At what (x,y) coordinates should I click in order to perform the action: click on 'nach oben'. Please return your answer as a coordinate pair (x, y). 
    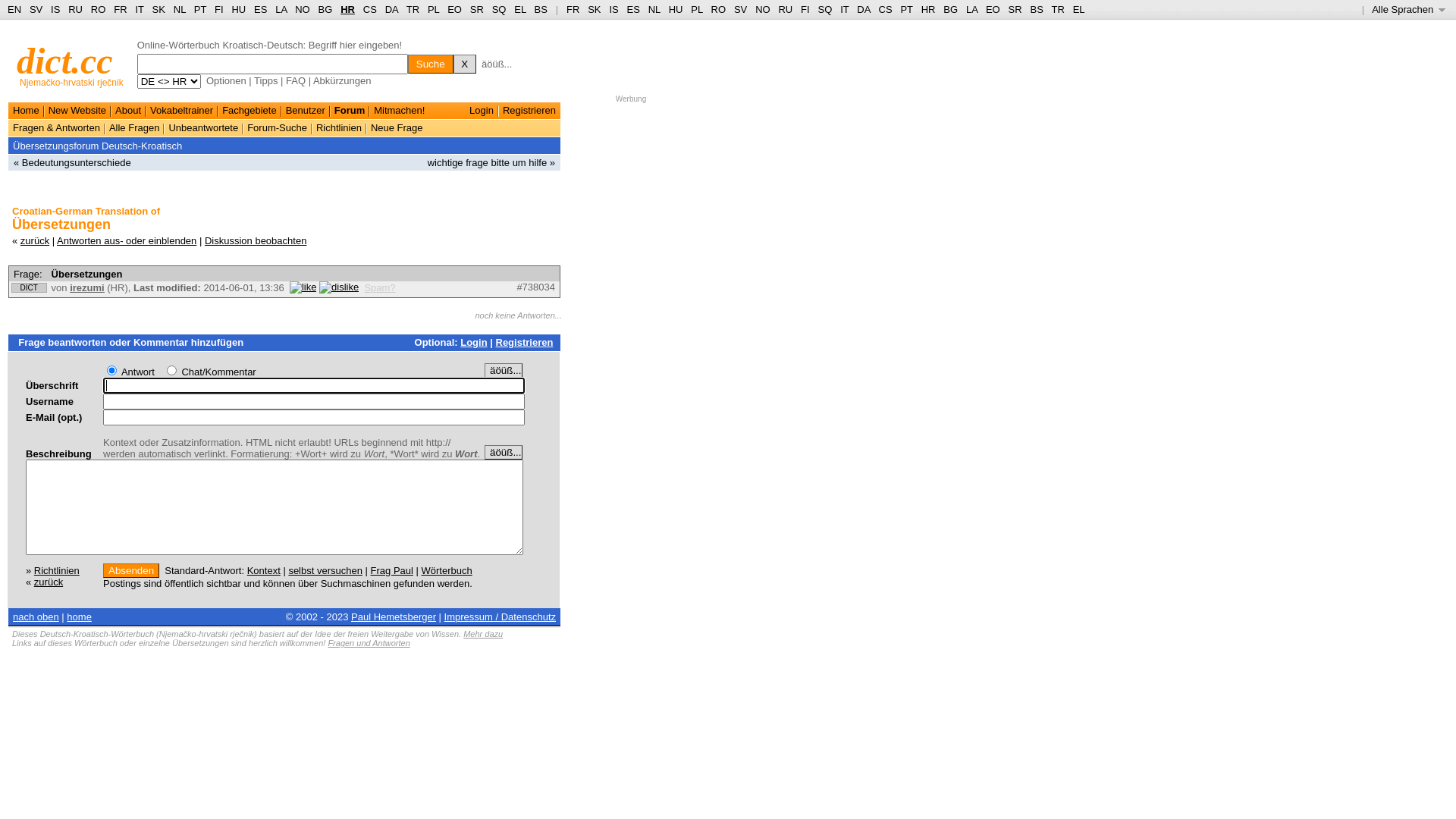
    Looking at the image, I should click on (36, 617).